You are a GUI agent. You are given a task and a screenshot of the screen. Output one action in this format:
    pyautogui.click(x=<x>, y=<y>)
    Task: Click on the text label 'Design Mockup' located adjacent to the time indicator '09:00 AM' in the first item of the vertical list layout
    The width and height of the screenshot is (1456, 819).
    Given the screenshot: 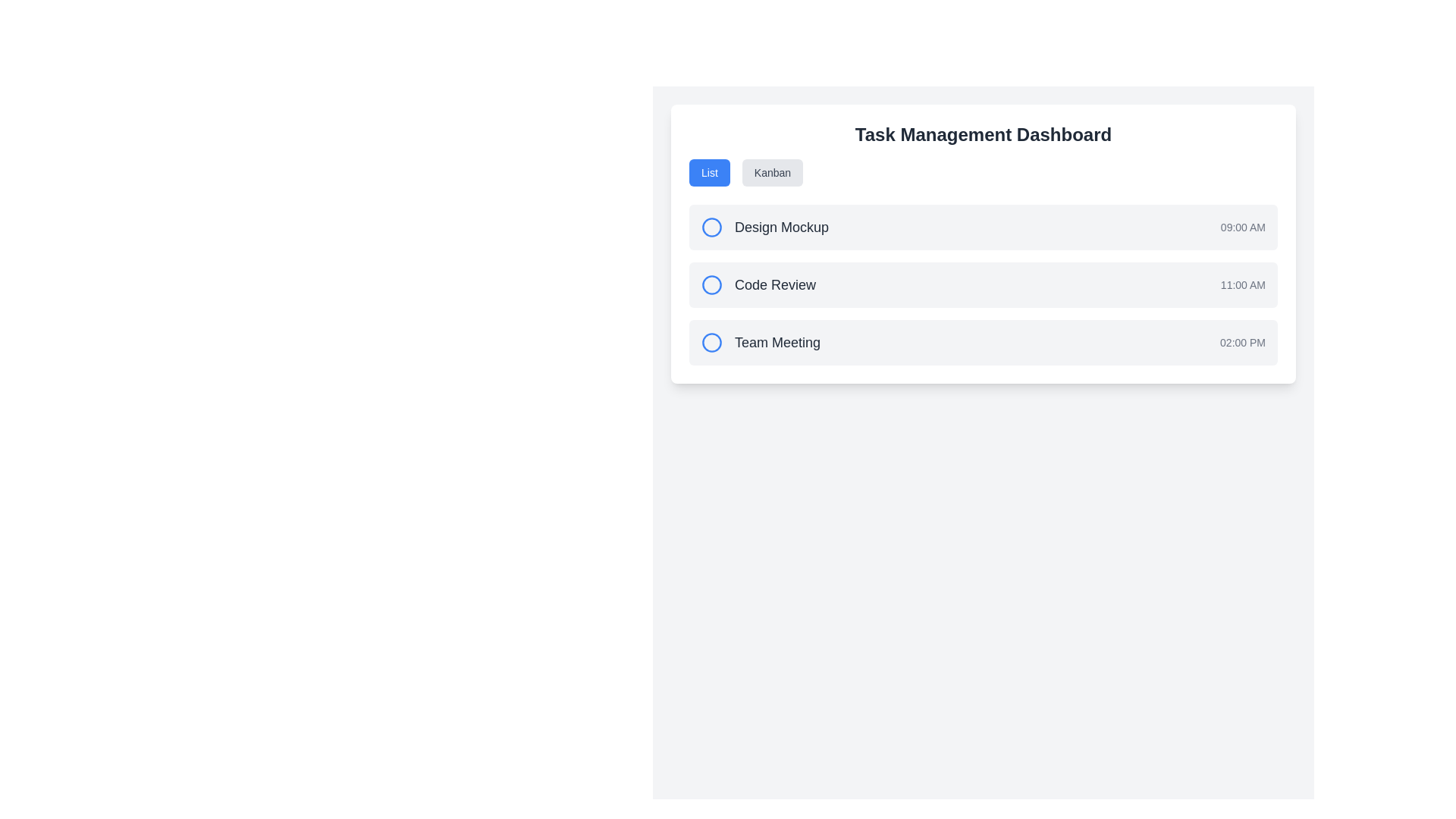 What is the action you would take?
    pyautogui.click(x=764, y=227)
    